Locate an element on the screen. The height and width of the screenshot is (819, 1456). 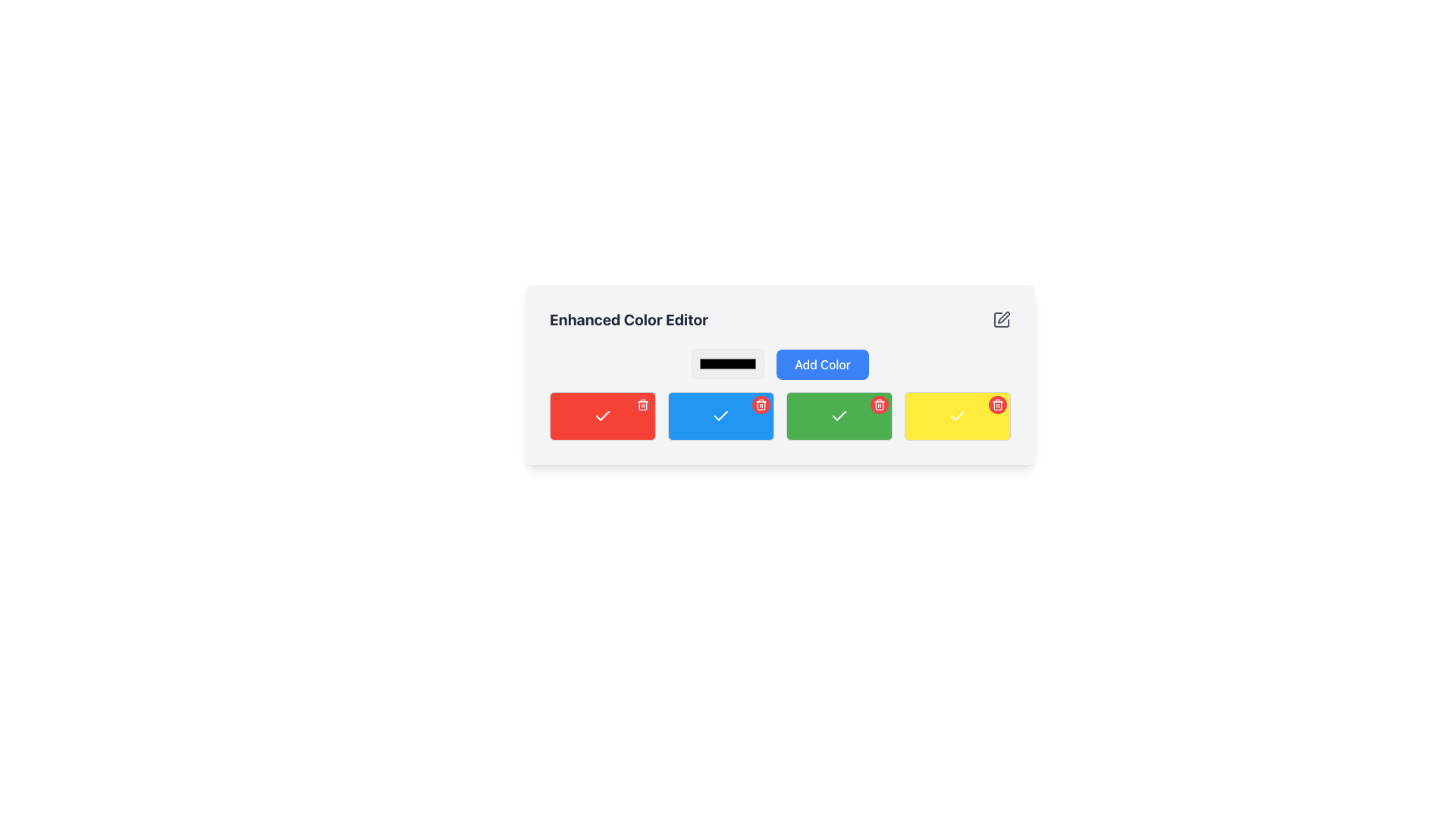
the pen icon button located at the extreme right of the 'Enhanced Color Editor' section is located at coordinates (1001, 318).